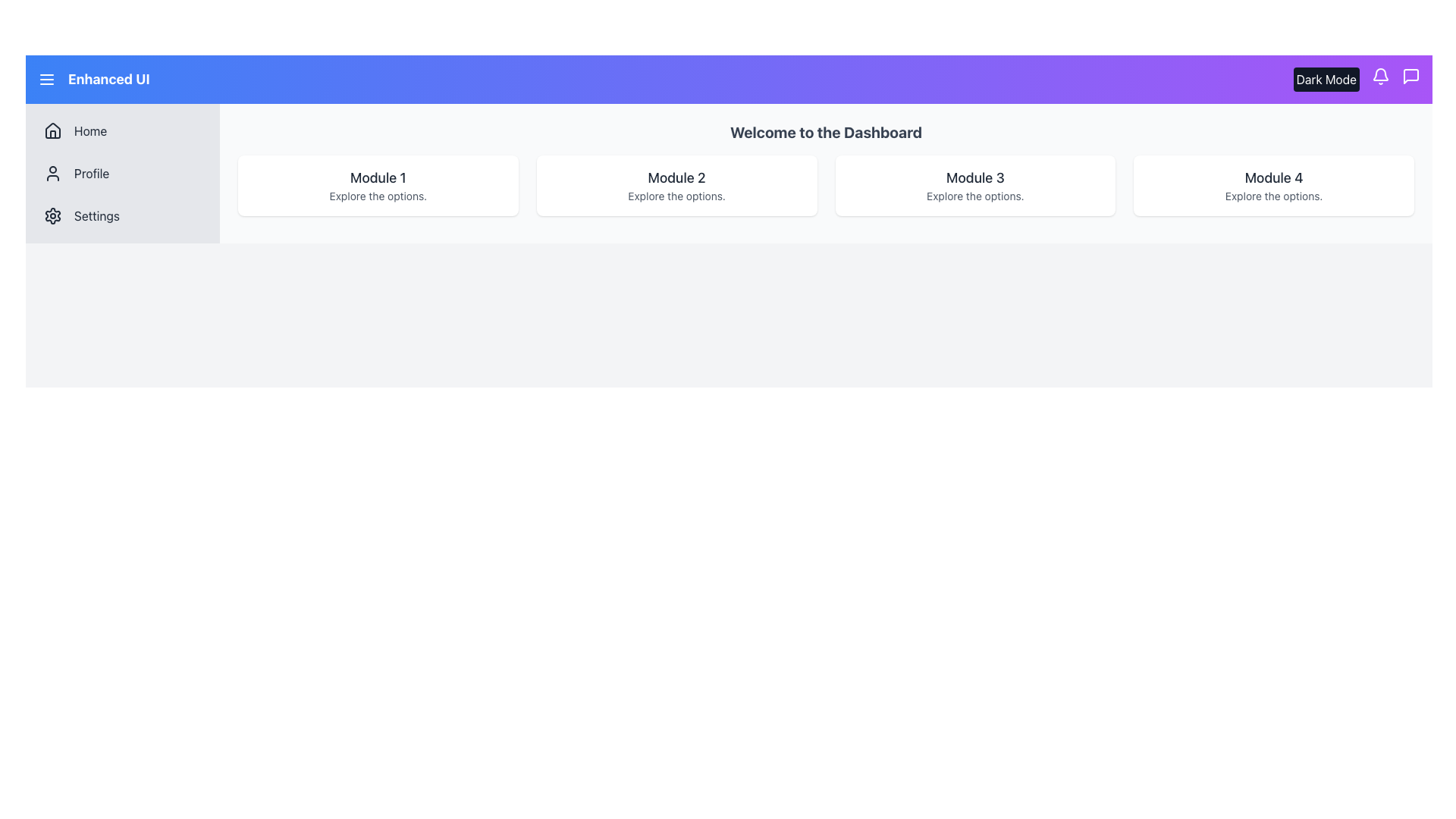 The height and width of the screenshot is (819, 1456). What do you see at coordinates (96, 216) in the screenshot?
I see `the 'Settings' text label, which is located beside a gear icon in the left sidebar` at bounding box center [96, 216].